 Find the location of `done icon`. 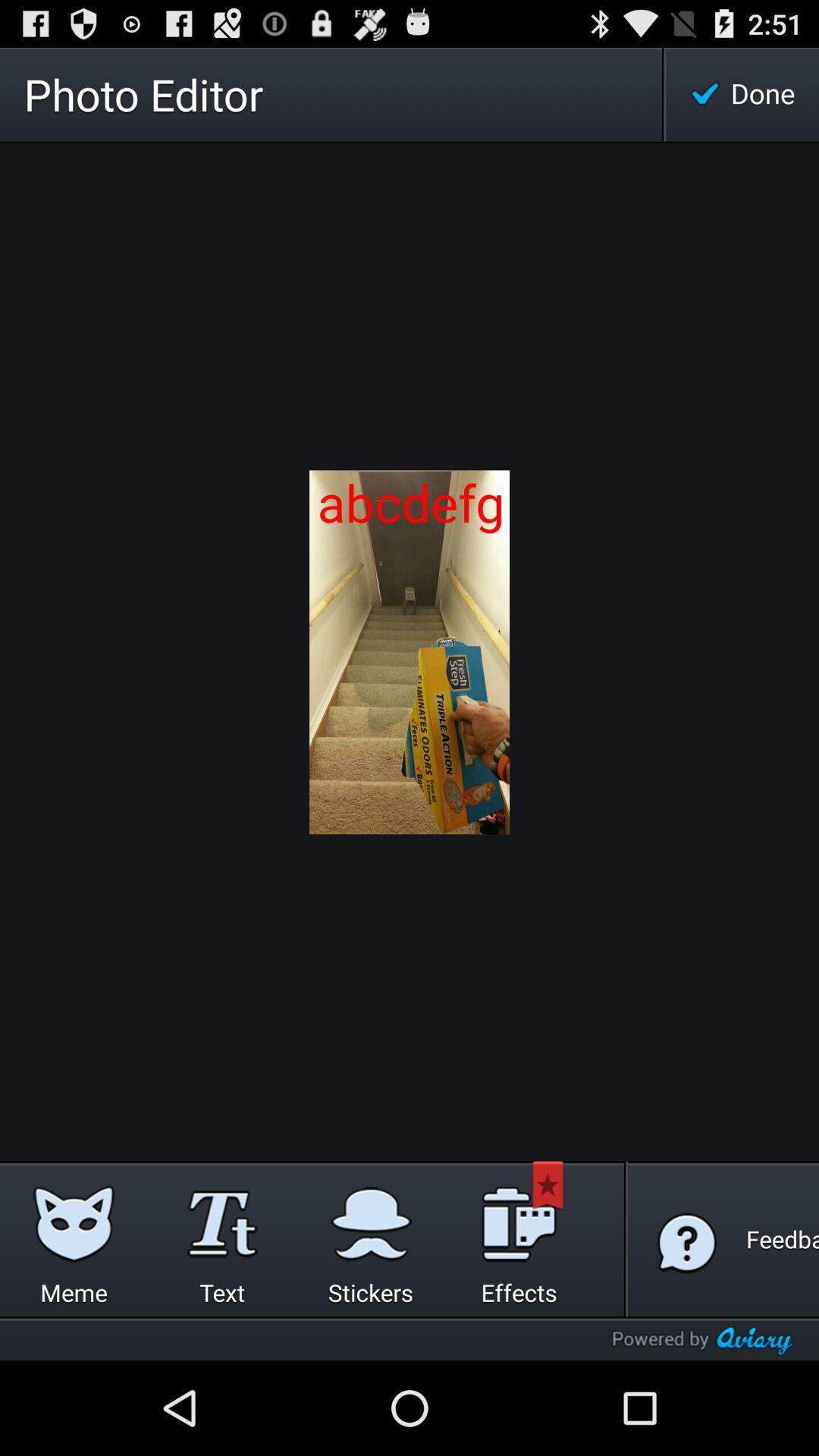

done icon is located at coordinates (742, 93).